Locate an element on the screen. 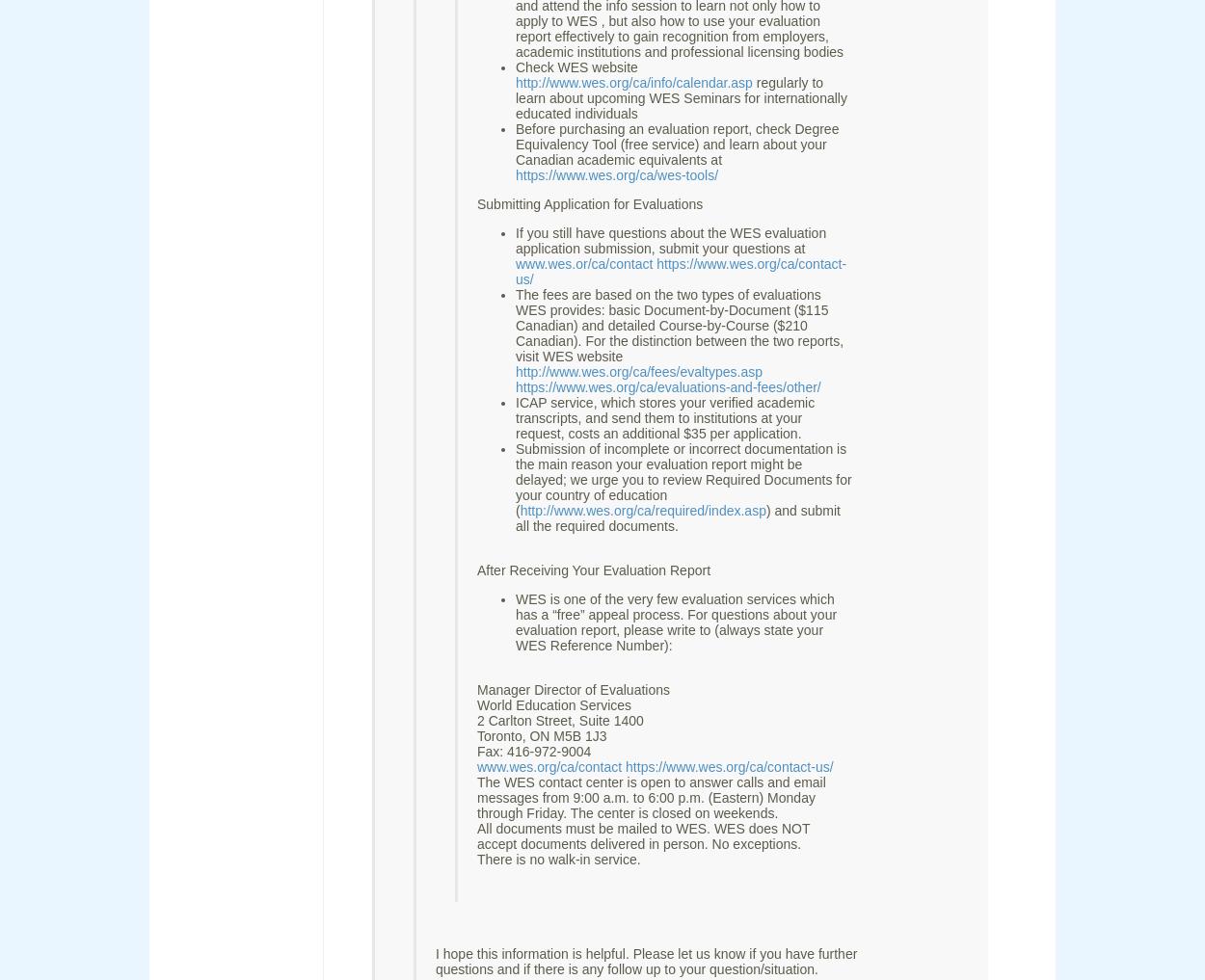 The image size is (1205, 980). 'There is no walk-in service.' is located at coordinates (557, 860).